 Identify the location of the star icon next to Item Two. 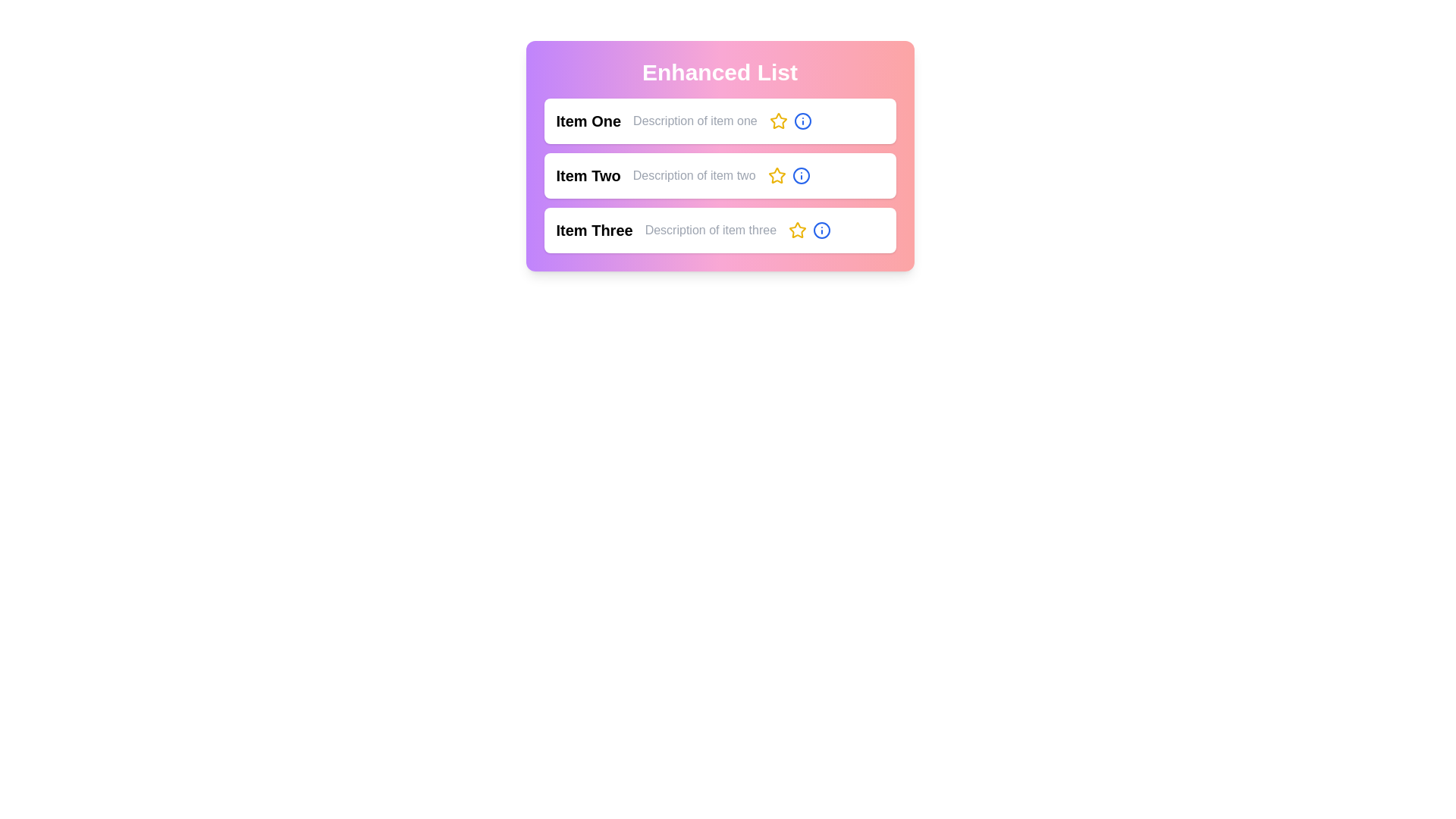
(777, 174).